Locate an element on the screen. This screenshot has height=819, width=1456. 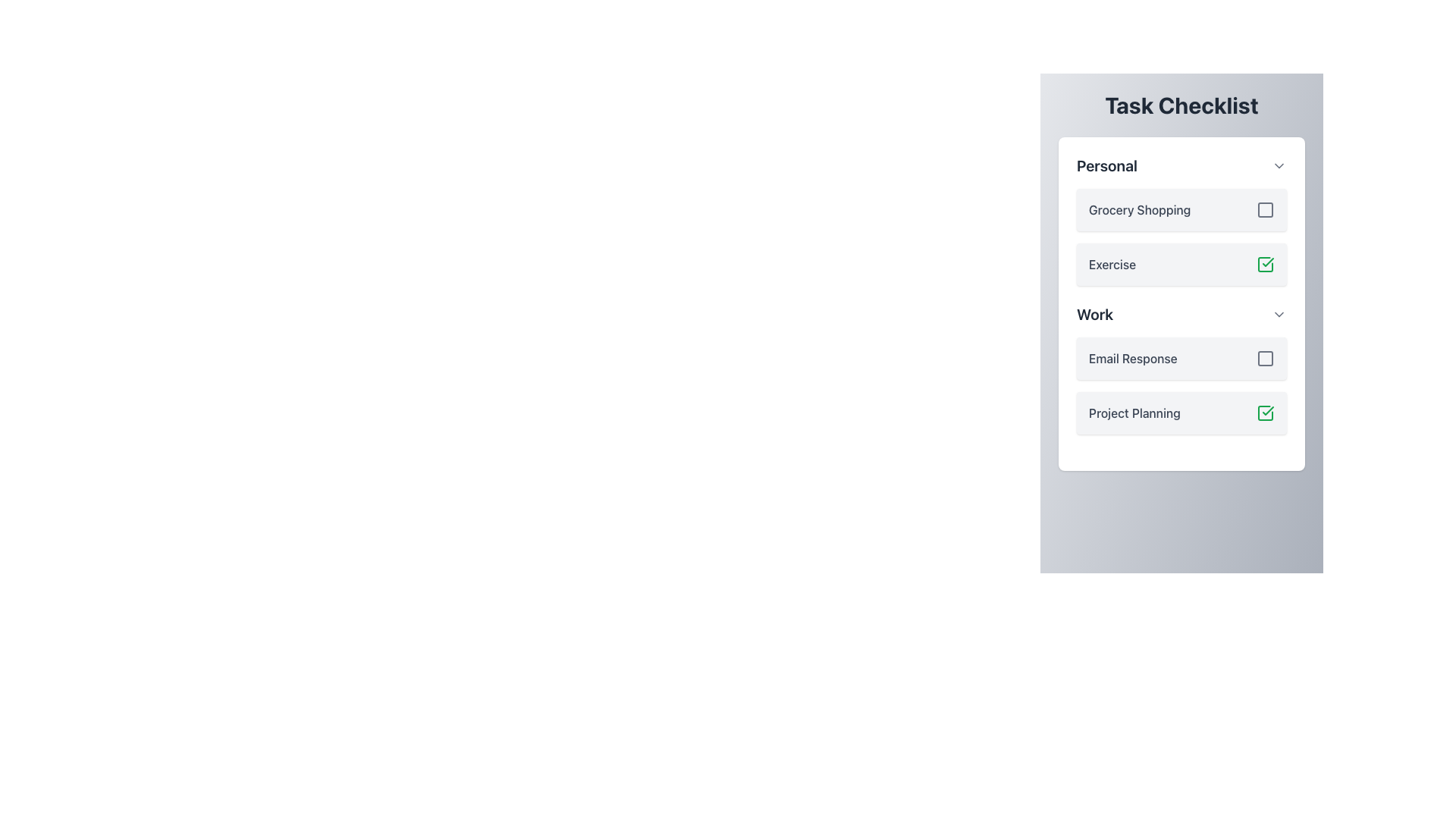
the checkboxes in the task list under the 'Personal' section is located at coordinates (1181, 237).